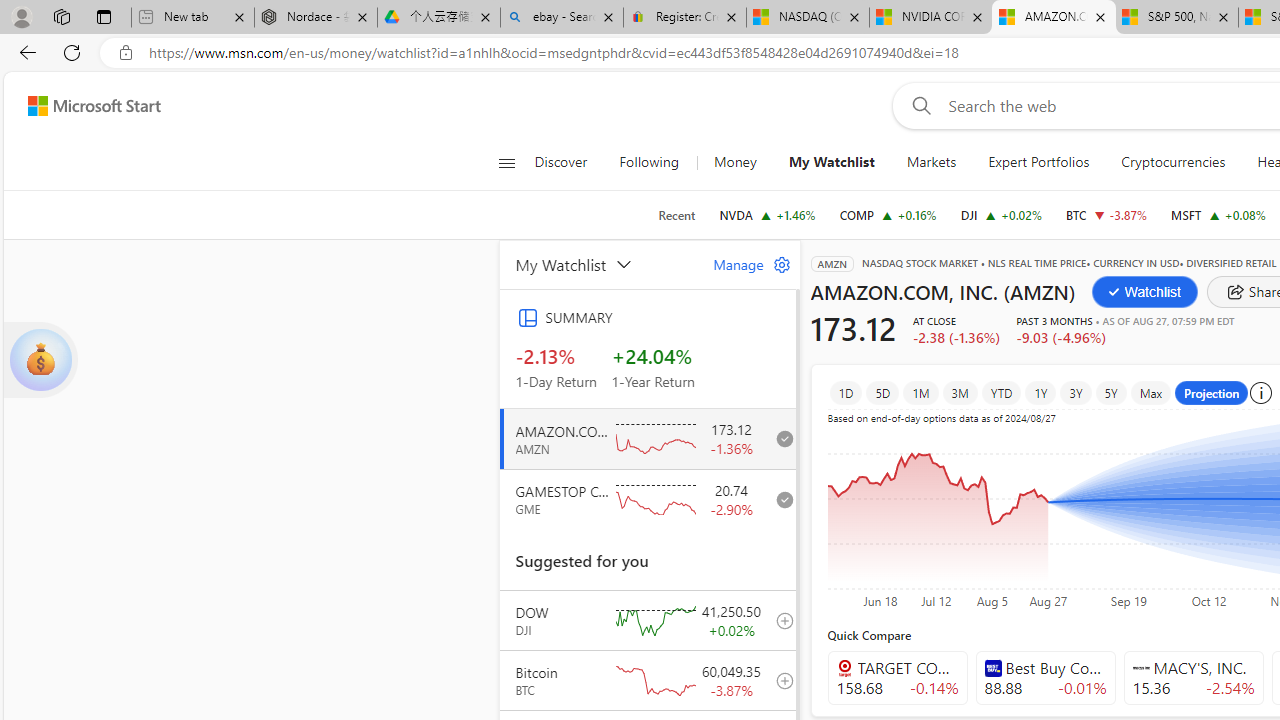 This screenshot has height=720, width=1280. Describe the element at coordinates (677, 215) in the screenshot. I see `'Recent'` at that location.